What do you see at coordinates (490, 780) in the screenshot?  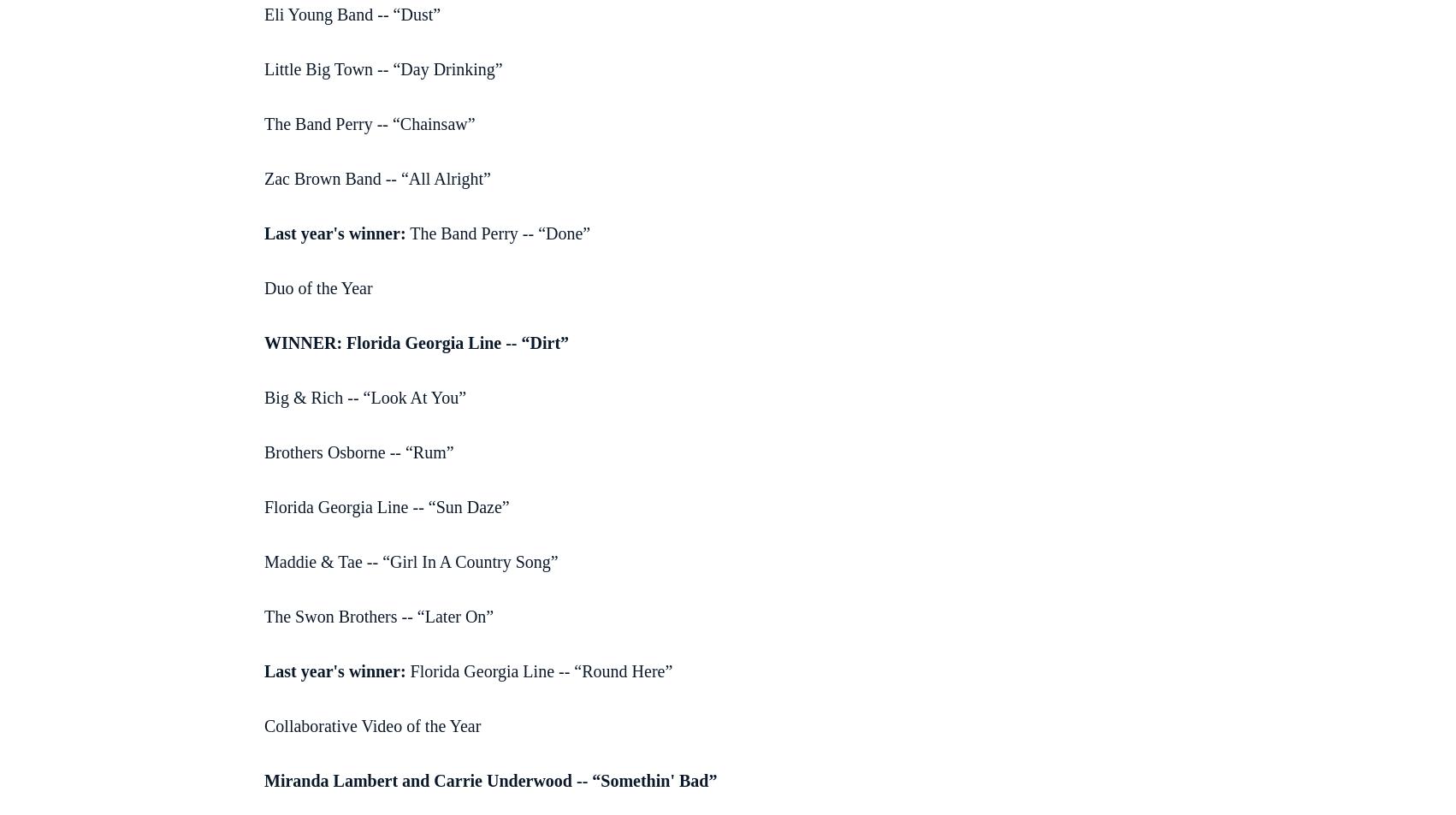 I see `'Miranda Lambert and Carrie Underwood -- “Somethin' Bad”'` at bounding box center [490, 780].